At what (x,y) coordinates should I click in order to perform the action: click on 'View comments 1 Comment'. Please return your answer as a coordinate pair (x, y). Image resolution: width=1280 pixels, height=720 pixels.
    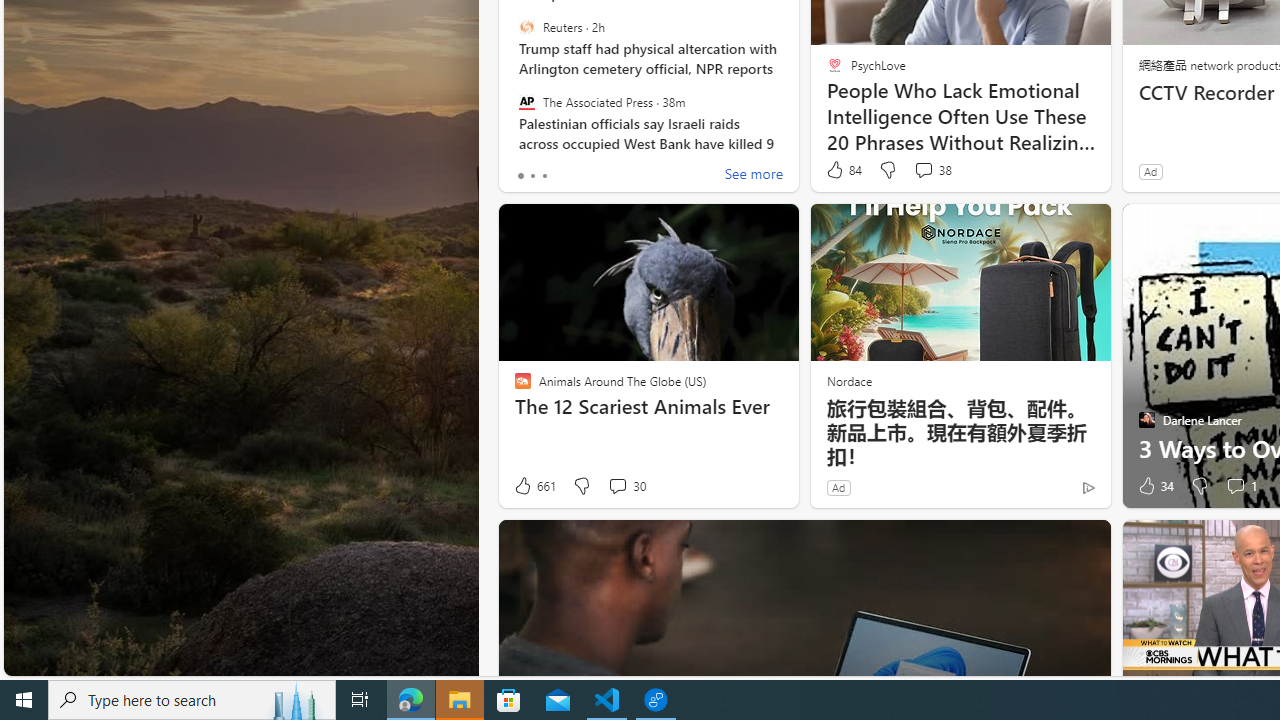
    Looking at the image, I should click on (1239, 486).